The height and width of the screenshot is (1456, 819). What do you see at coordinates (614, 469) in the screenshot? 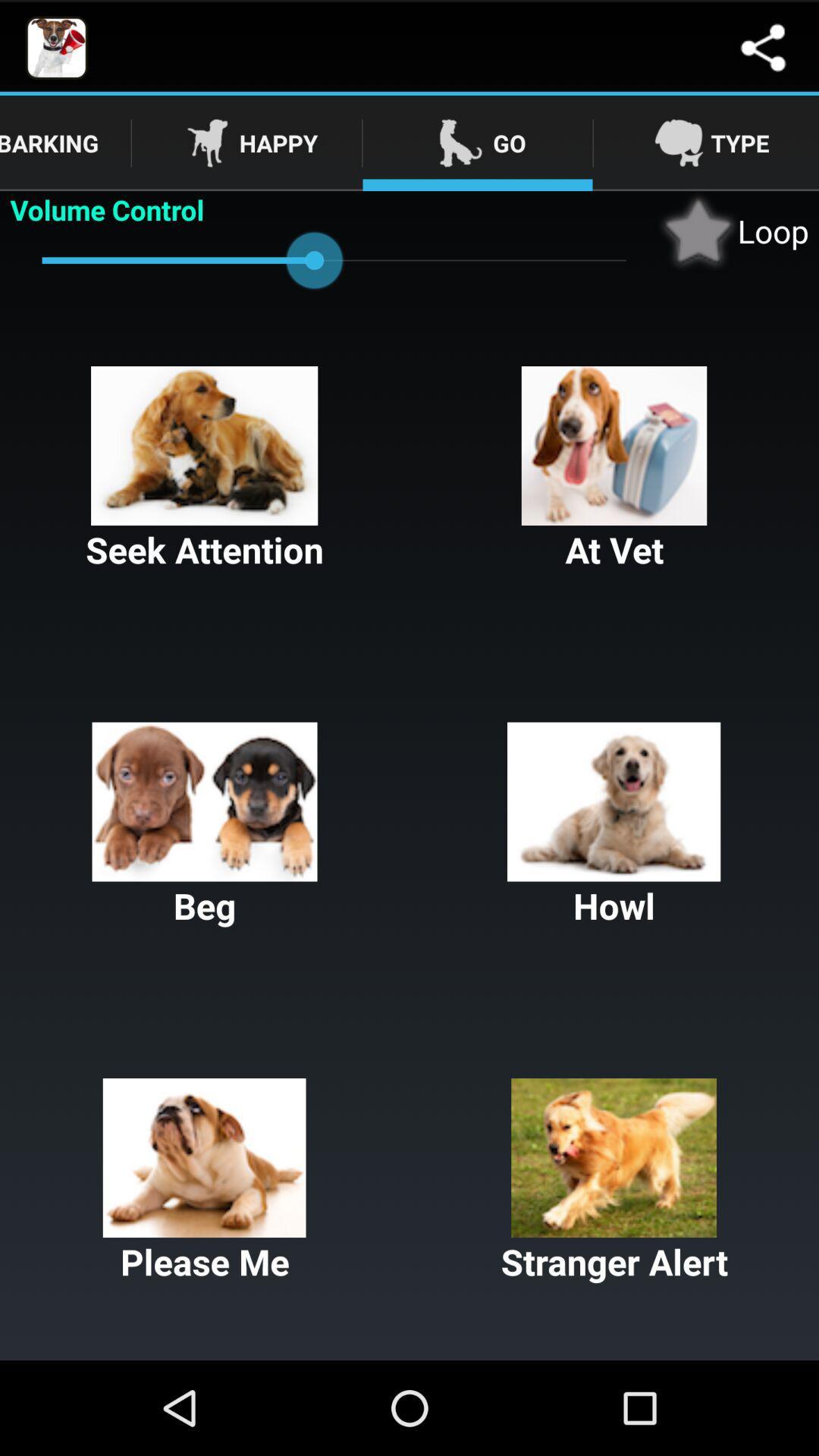
I see `button above the beg` at bounding box center [614, 469].